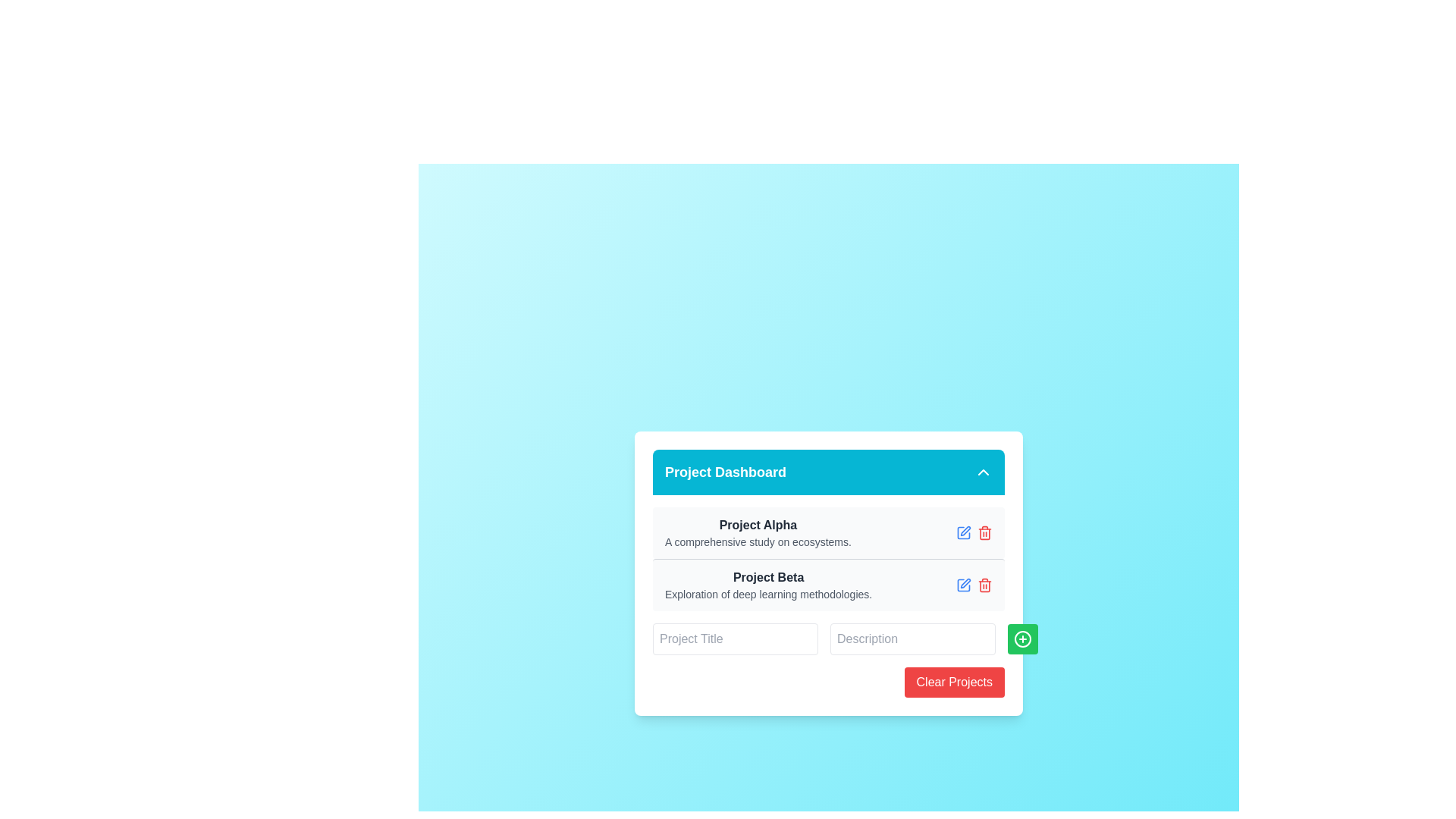 This screenshot has width=1456, height=819. I want to click on the icon representing 'Project Beta' located in the second row of the project list in the project dashboard interface, so click(963, 584).